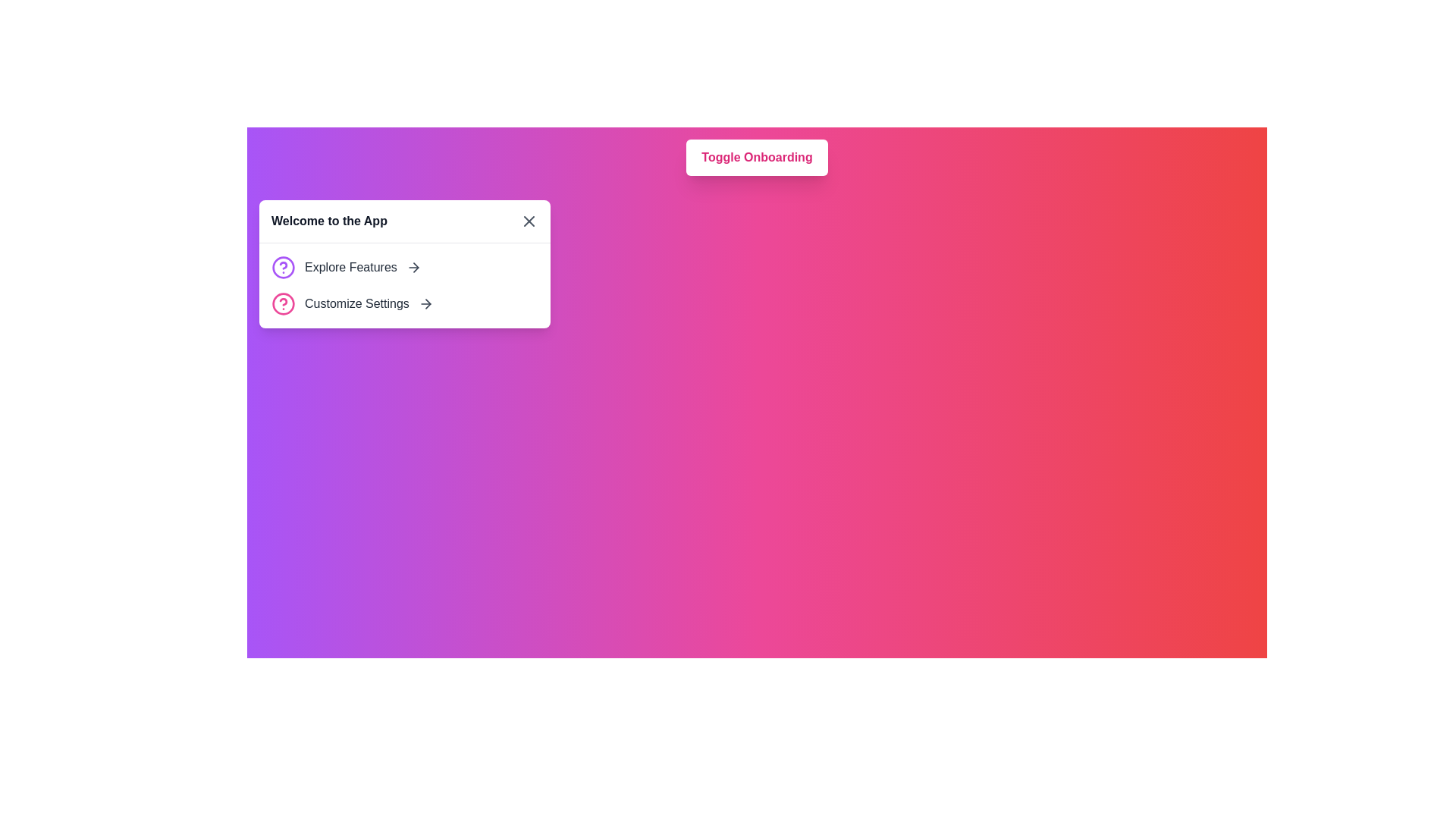 This screenshot has width=1456, height=819. I want to click on the chevron icon at the end of the 'Customize Settings' line within a card-like interface, so click(416, 267).